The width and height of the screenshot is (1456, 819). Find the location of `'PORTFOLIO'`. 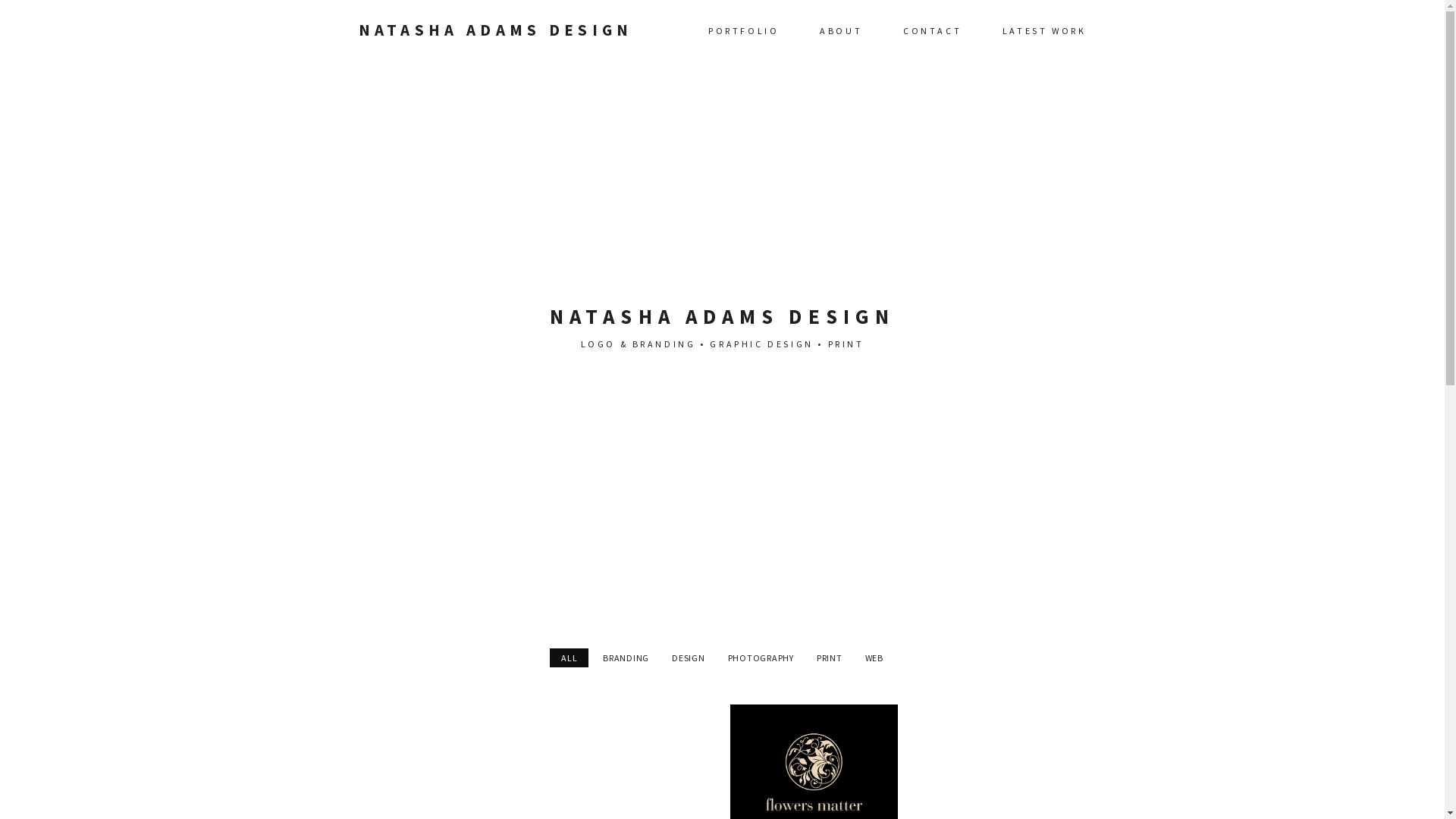

'PORTFOLIO' is located at coordinates (743, 30).